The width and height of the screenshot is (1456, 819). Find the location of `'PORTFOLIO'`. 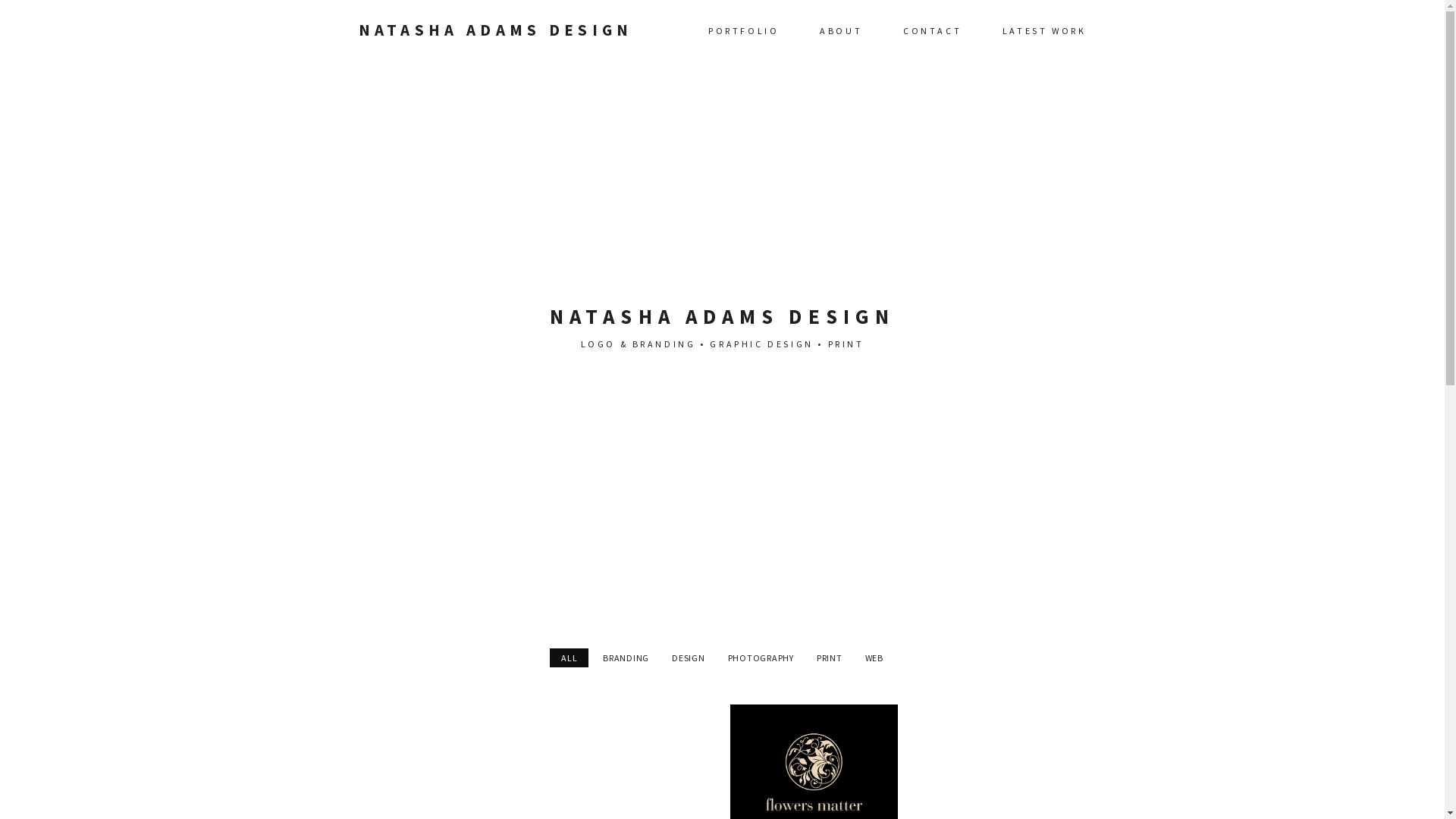

'PORTFOLIO' is located at coordinates (743, 30).